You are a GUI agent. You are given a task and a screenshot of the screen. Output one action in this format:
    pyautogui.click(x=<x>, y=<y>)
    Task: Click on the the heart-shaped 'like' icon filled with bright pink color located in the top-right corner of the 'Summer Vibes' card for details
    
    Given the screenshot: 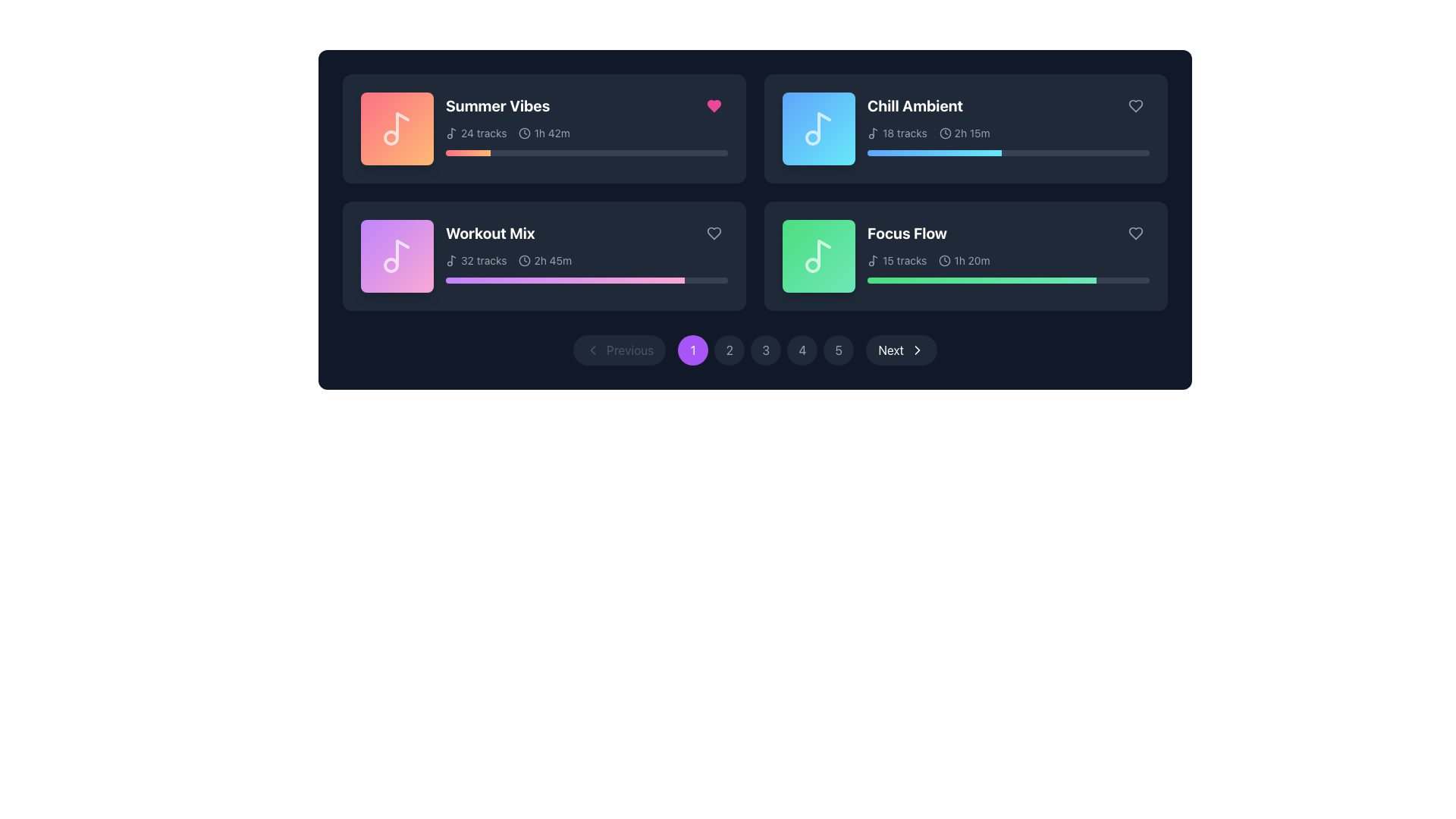 What is the action you would take?
    pyautogui.click(x=713, y=105)
    